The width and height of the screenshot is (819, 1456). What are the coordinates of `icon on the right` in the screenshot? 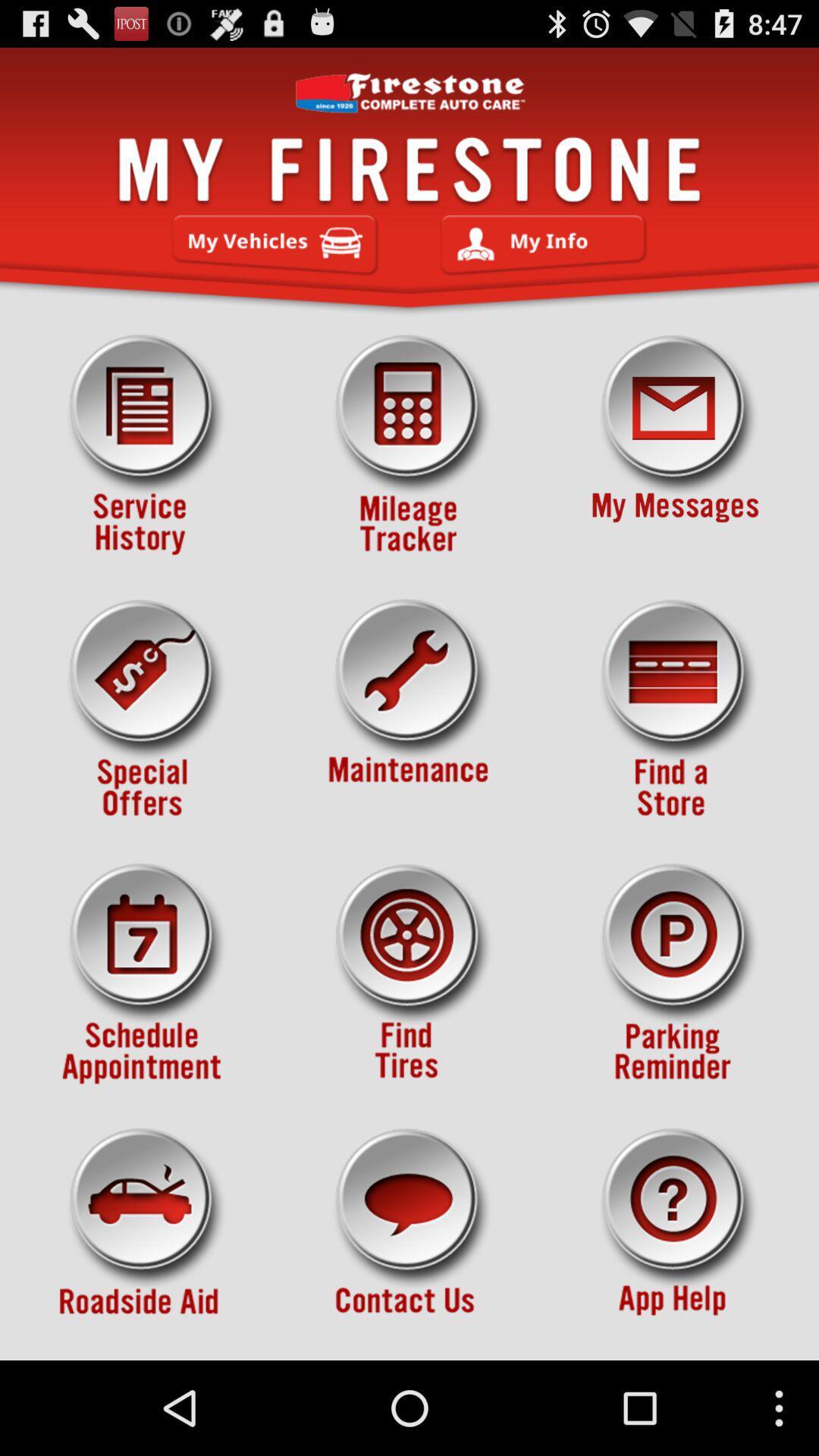 It's located at (675, 709).